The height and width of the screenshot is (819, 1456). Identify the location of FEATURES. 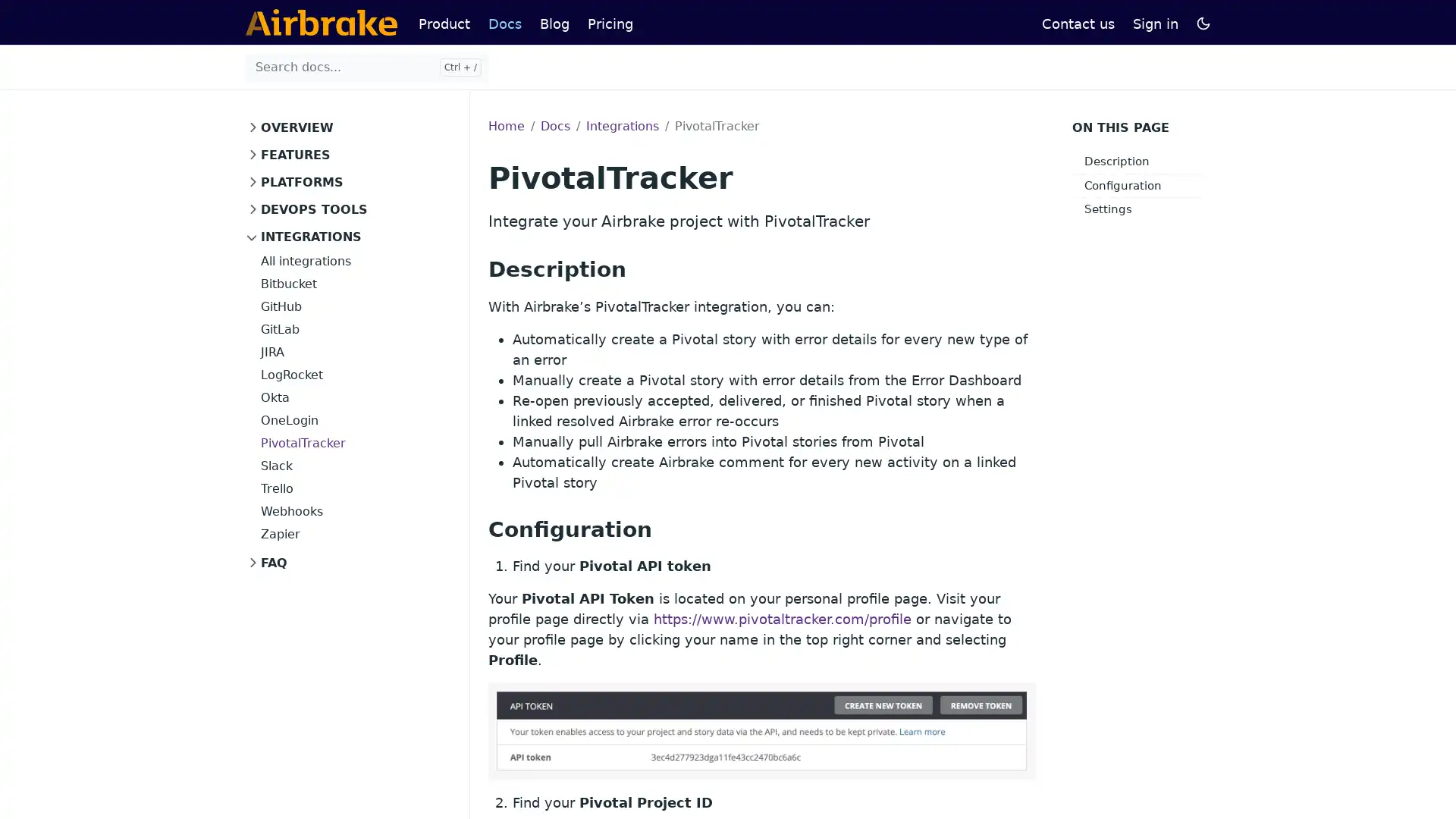
(291, 155).